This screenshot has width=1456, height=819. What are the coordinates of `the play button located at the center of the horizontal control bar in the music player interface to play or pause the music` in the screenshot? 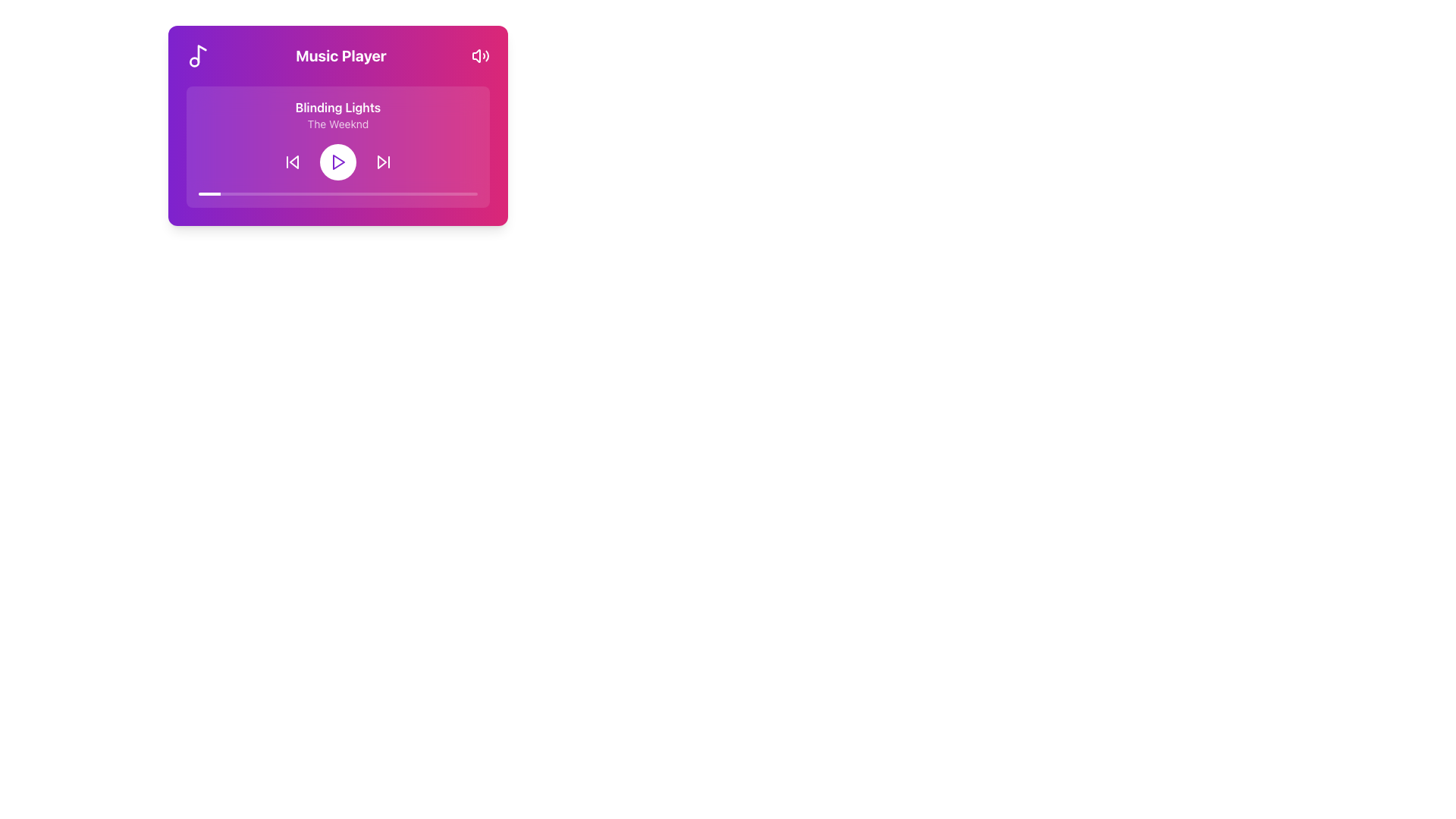 It's located at (337, 162).